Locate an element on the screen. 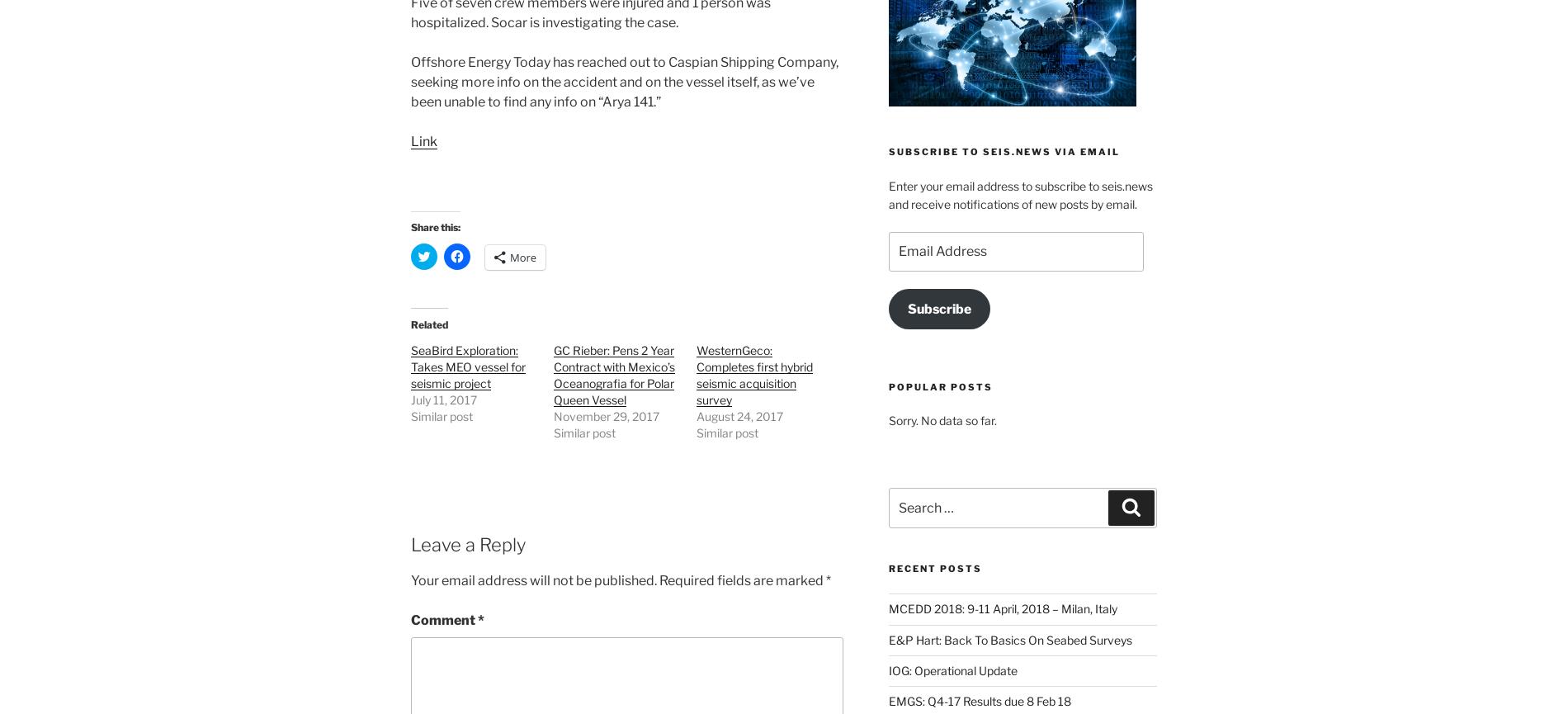 This screenshot has width=1568, height=714. 'MCEDD 2018: 9-11 April, 2018 – Milan, Italy' is located at coordinates (1001, 608).